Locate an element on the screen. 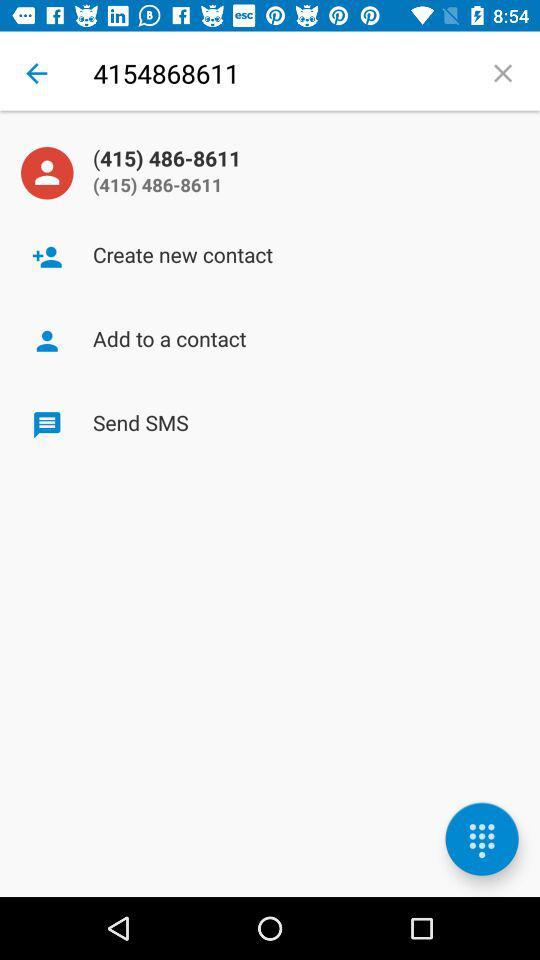 The height and width of the screenshot is (960, 540). the icon left to the text add to a contact is located at coordinates (47, 341).